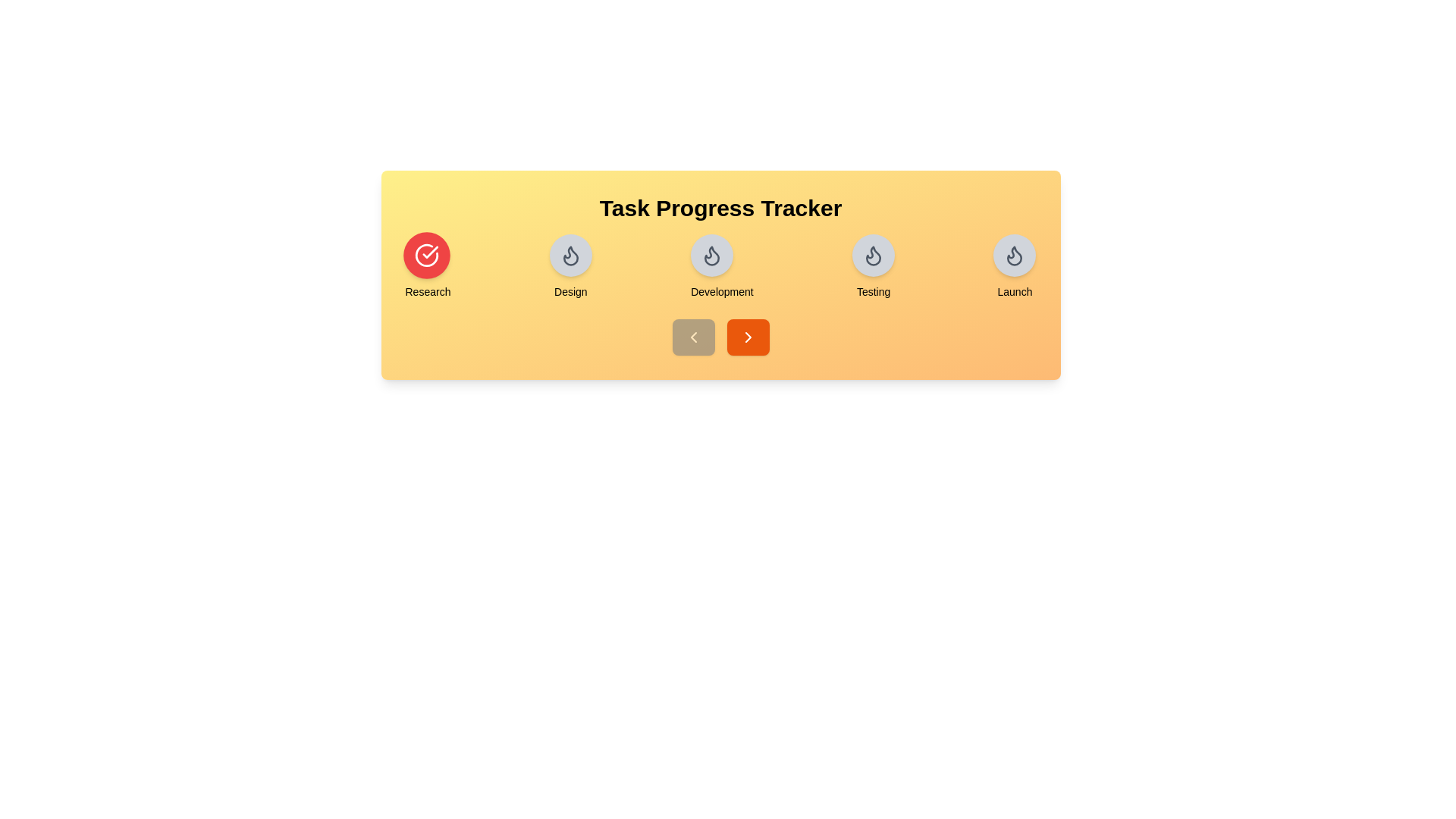 Image resolution: width=1456 pixels, height=819 pixels. What do you see at coordinates (692, 336) in the screenshot?
I see `the Chevron Icon located in the lower center part of the interface, which is used for navigating to the previous step or page` at bounding box center [692, 336].